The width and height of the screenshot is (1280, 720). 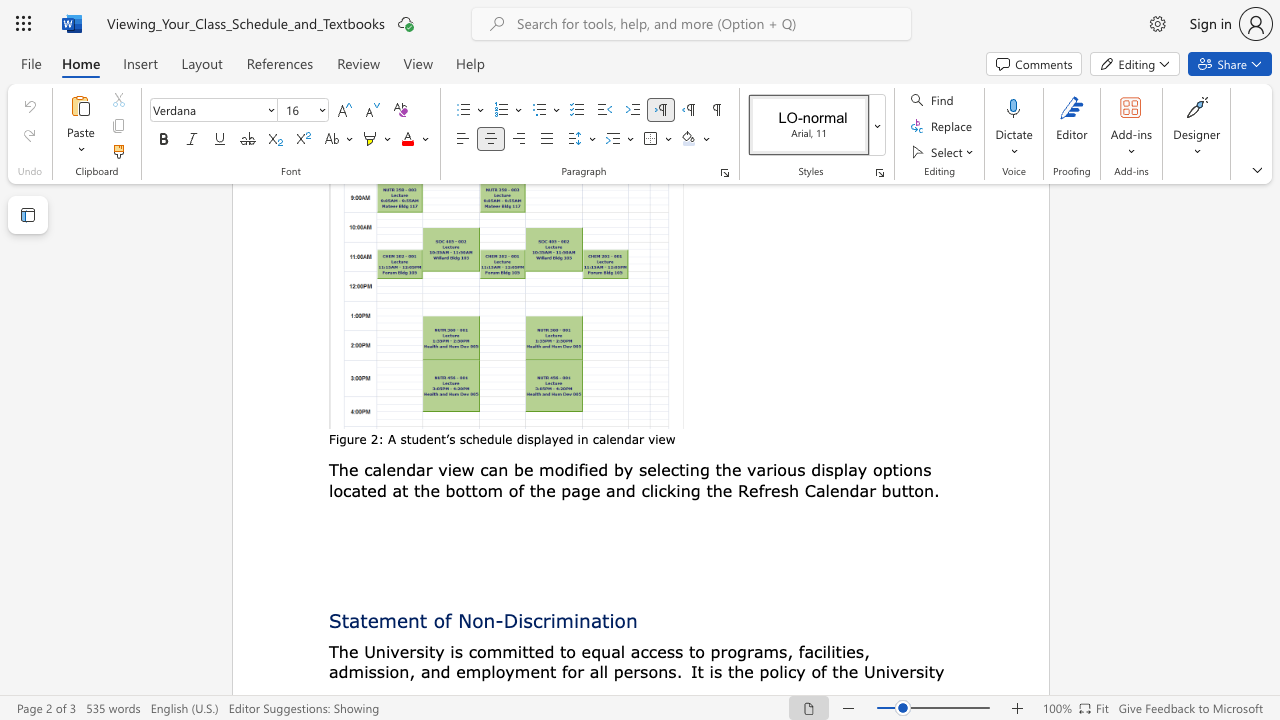 I want to click on the subset text "yment for all persons.  It is t" within the text "The University is committed to equal access to programs, facilities, admission, and employment for all persons.  It is the policy of the University", so click(x=505, y=671).